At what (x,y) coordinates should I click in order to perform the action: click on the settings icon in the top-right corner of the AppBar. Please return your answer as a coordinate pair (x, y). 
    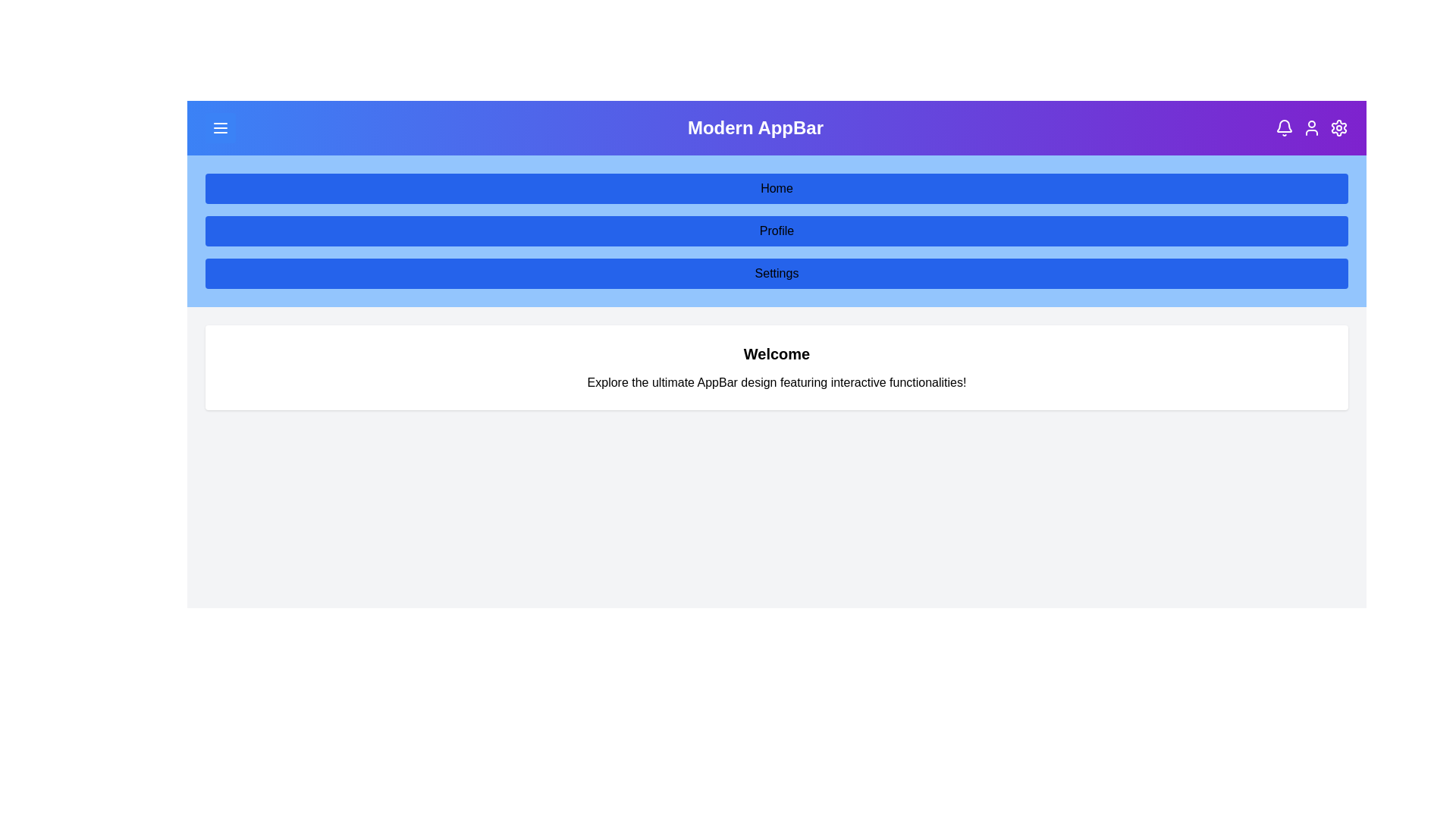
    Looking at the image, I should click on (1339, 127).